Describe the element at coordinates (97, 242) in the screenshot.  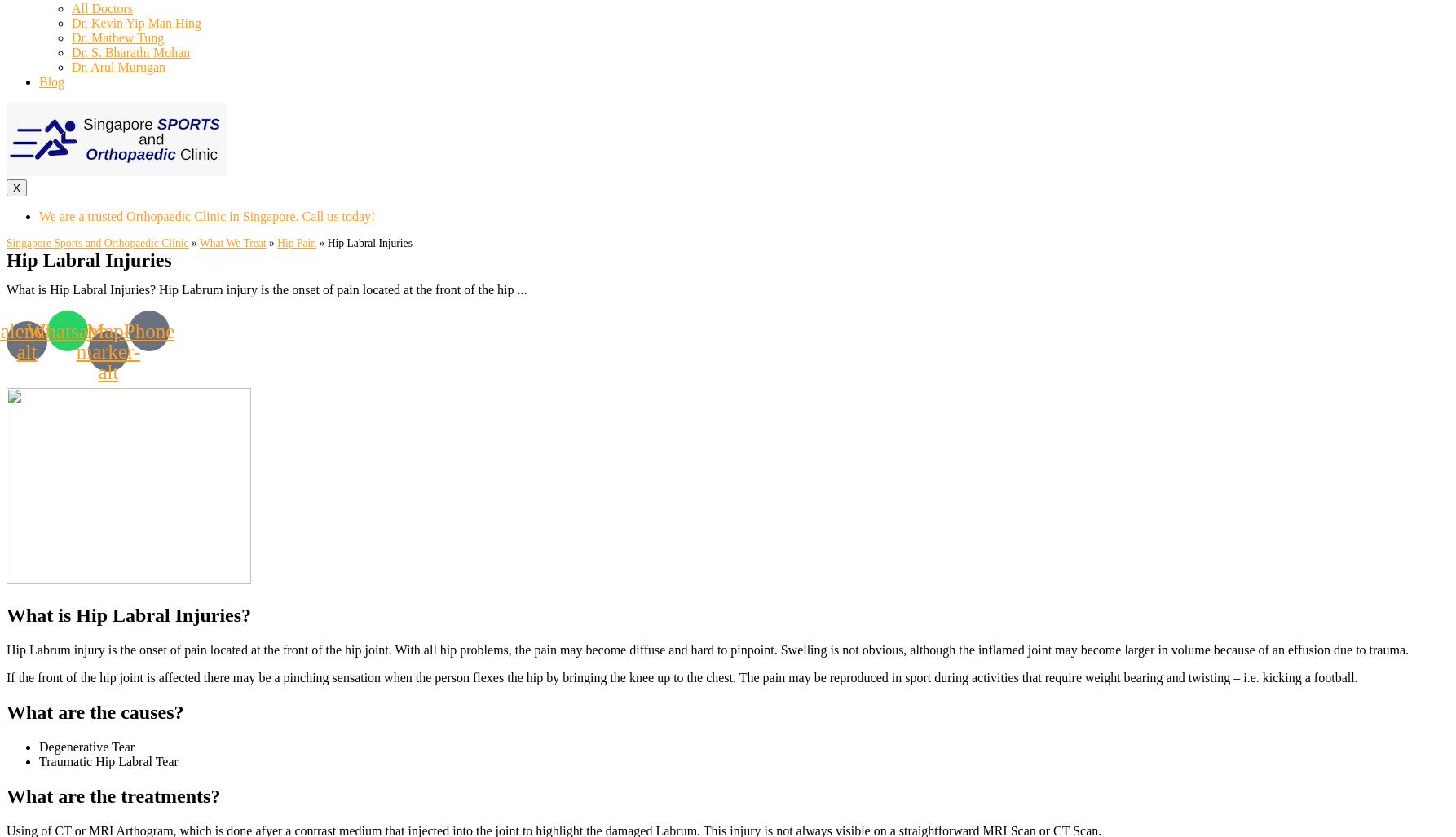
I see `'Singapore Sports and Orthopaedic Clinic'` at that location.